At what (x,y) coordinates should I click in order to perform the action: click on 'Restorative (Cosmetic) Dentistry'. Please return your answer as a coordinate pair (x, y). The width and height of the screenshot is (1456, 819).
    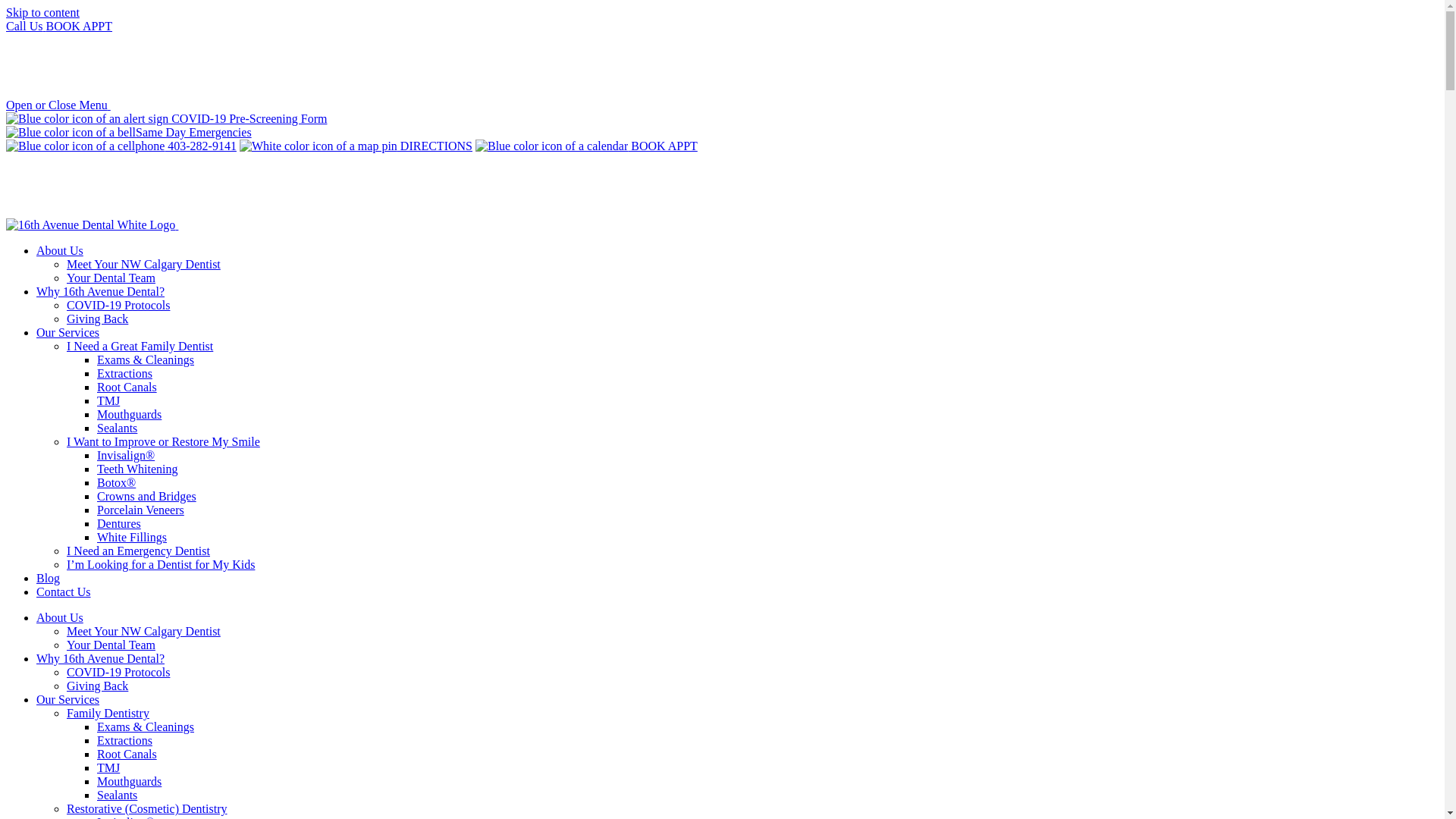
    Looking at the image, I should click on (146, 808).